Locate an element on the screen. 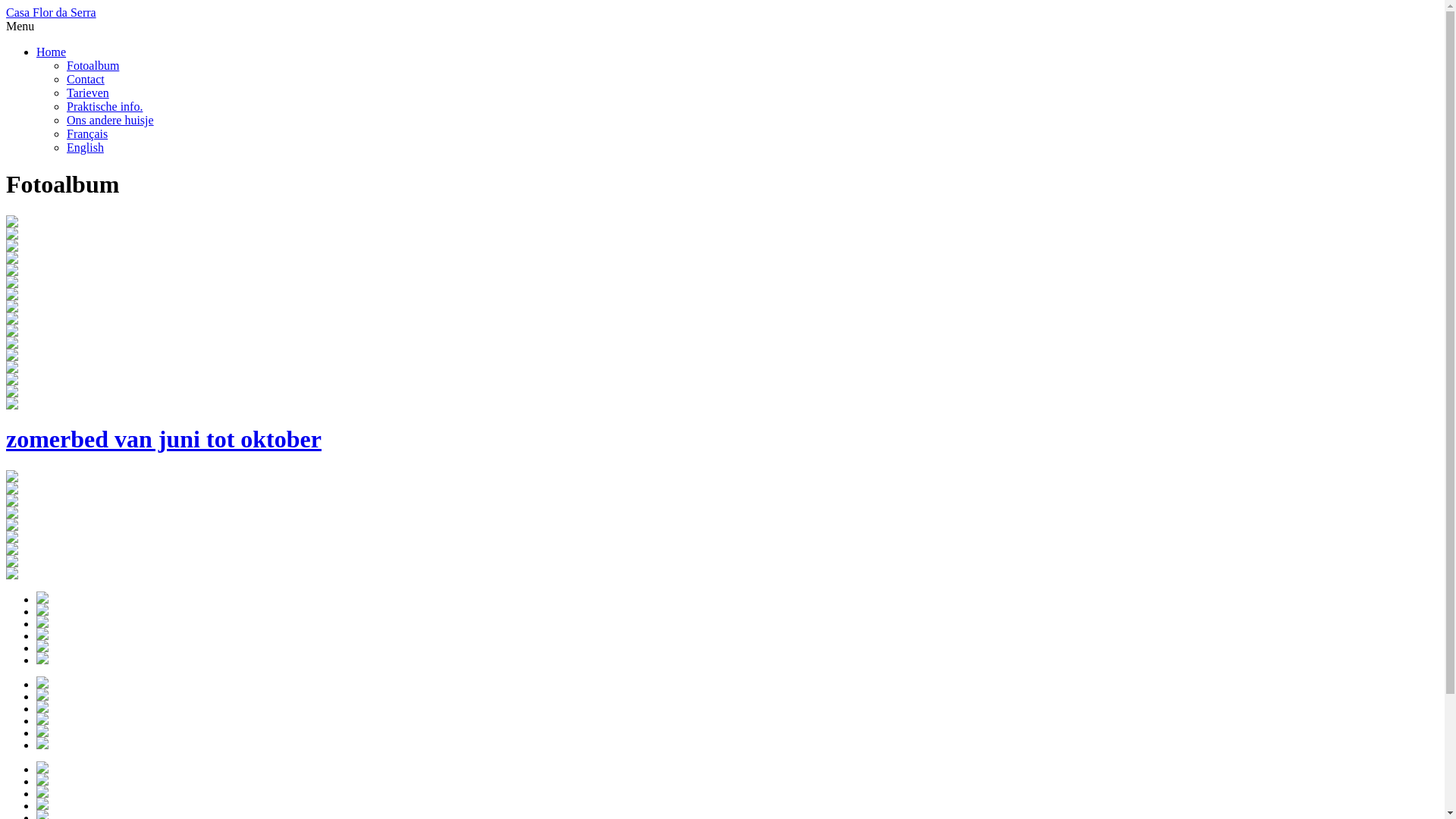 This screenshot has height=819, width=1456. 'Casa Flor da Serra' is located at coordinates (51, 12).